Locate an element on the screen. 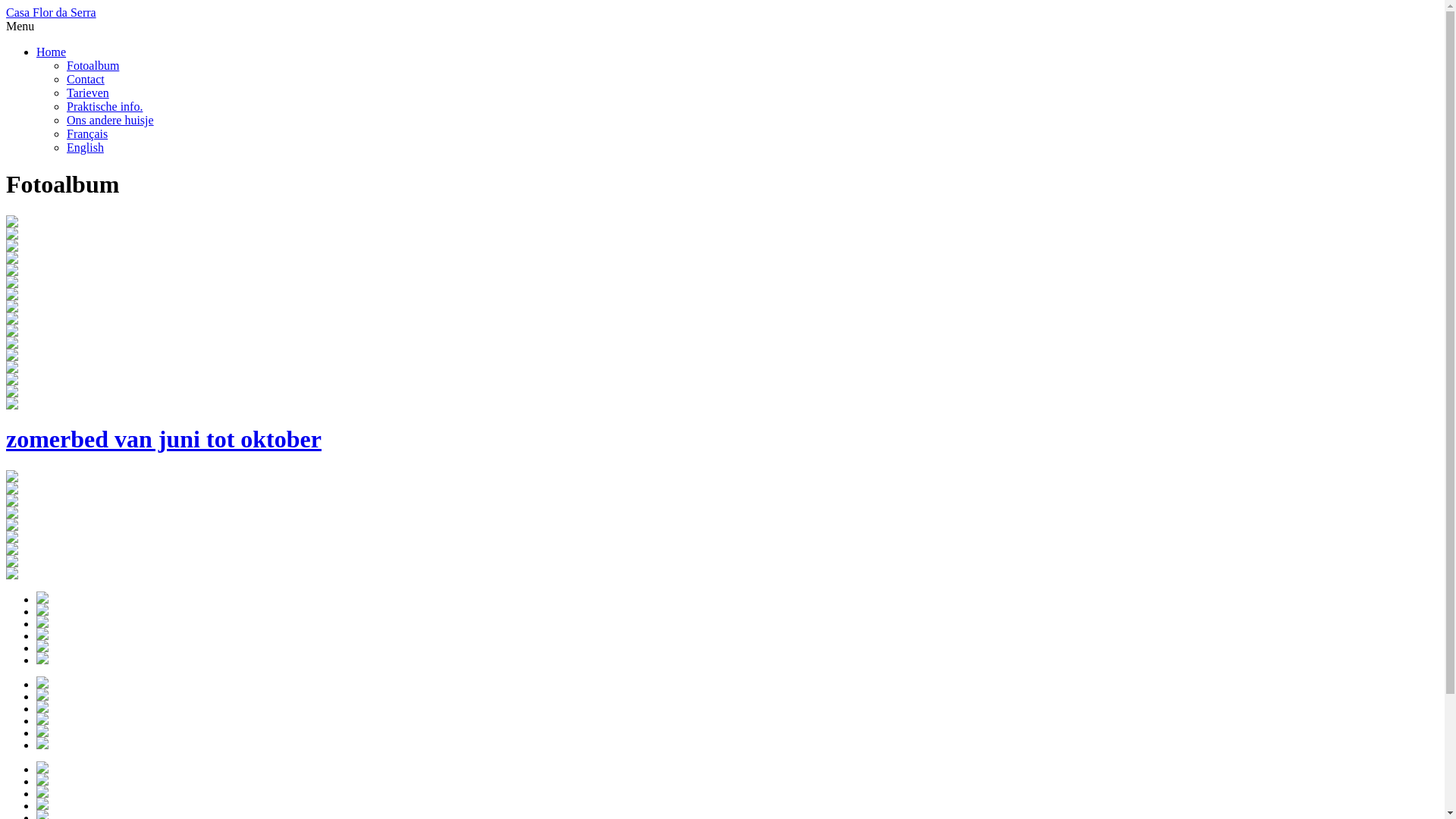 This screenshot has height=819, width=1456. 'Casa Flor da Serra' is located at coordinates (51, 12).